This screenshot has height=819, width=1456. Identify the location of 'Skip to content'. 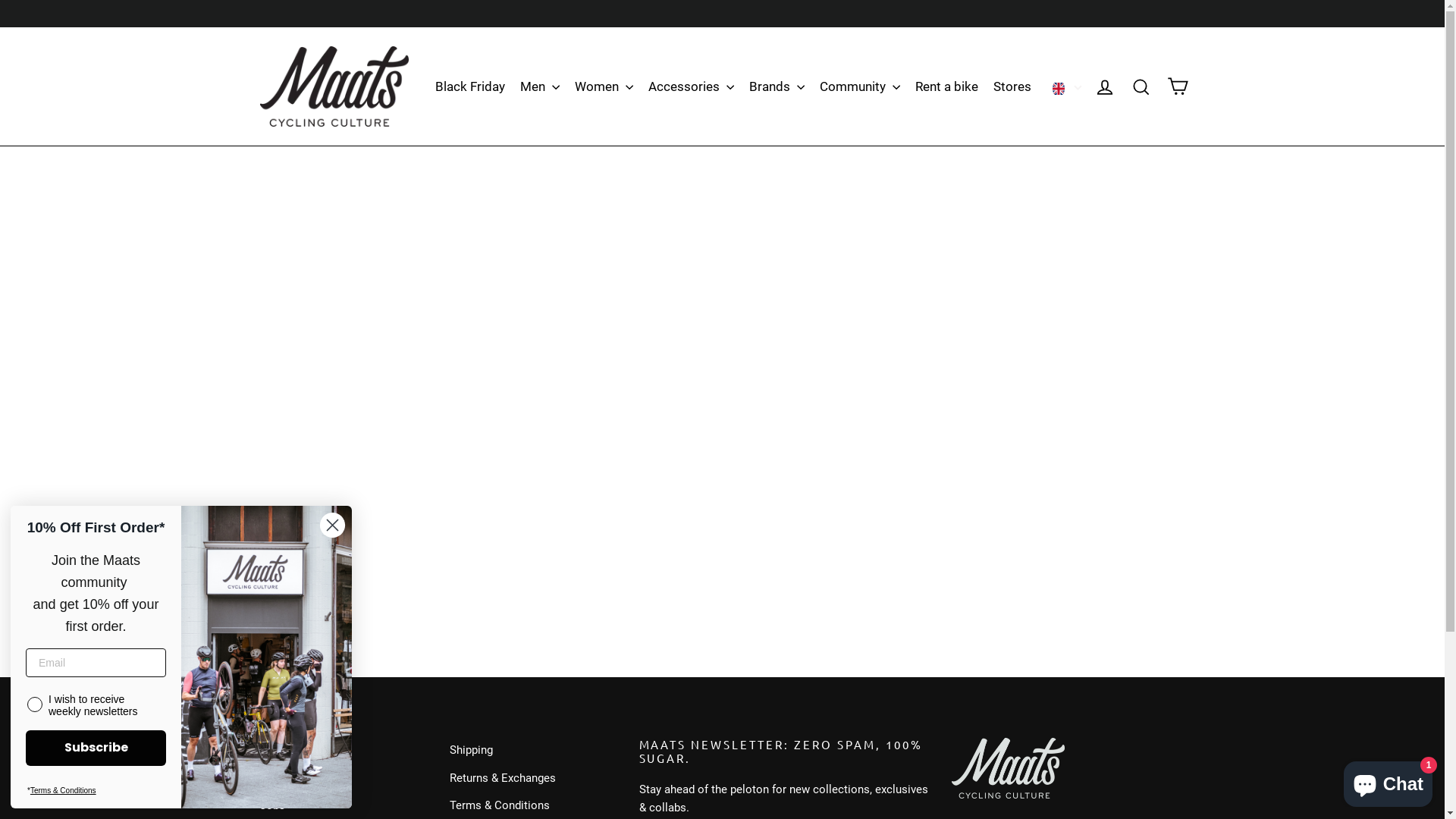
(0, 0).